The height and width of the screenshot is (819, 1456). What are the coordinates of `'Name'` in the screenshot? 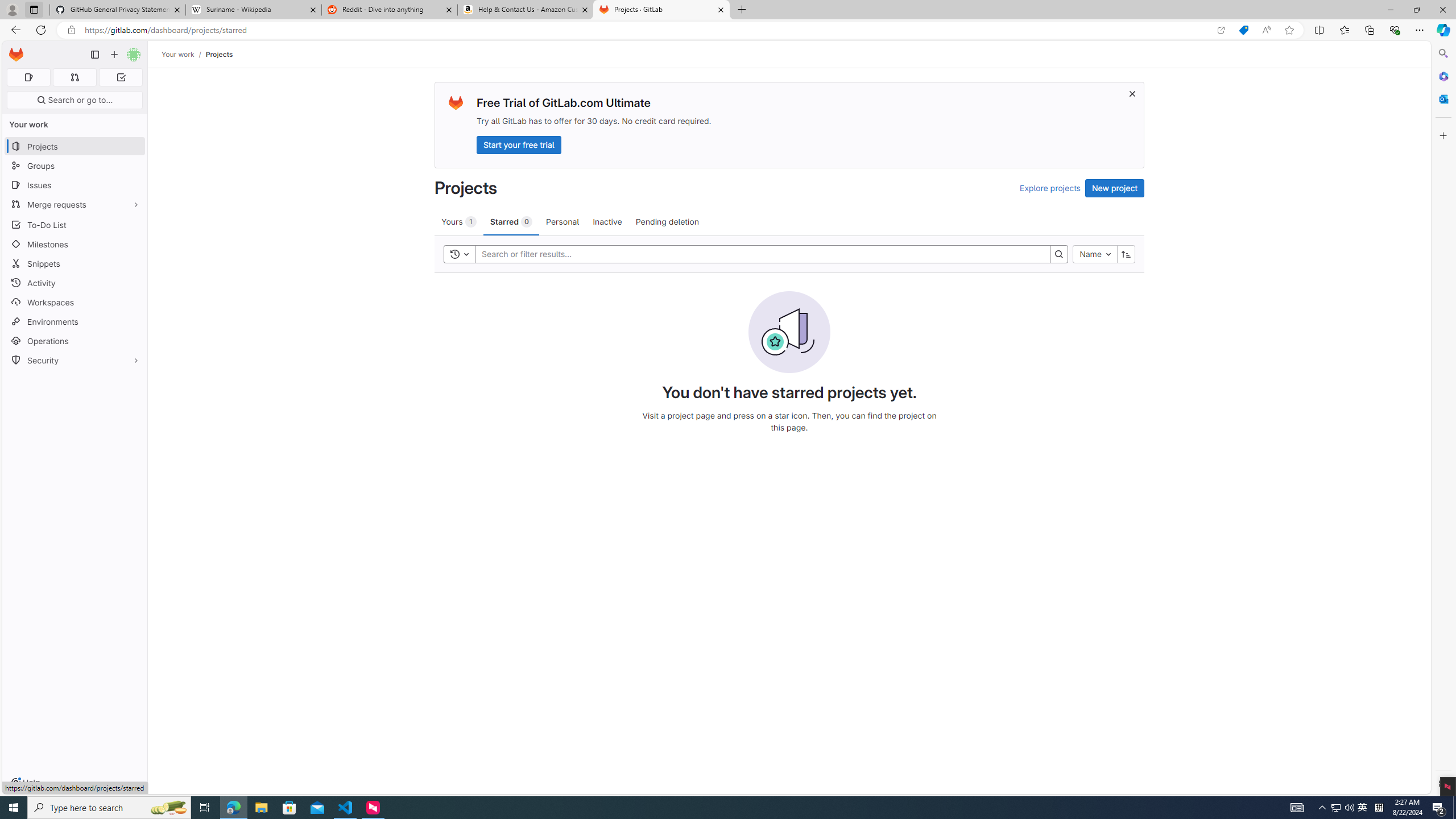 It's located at (1095, 254).